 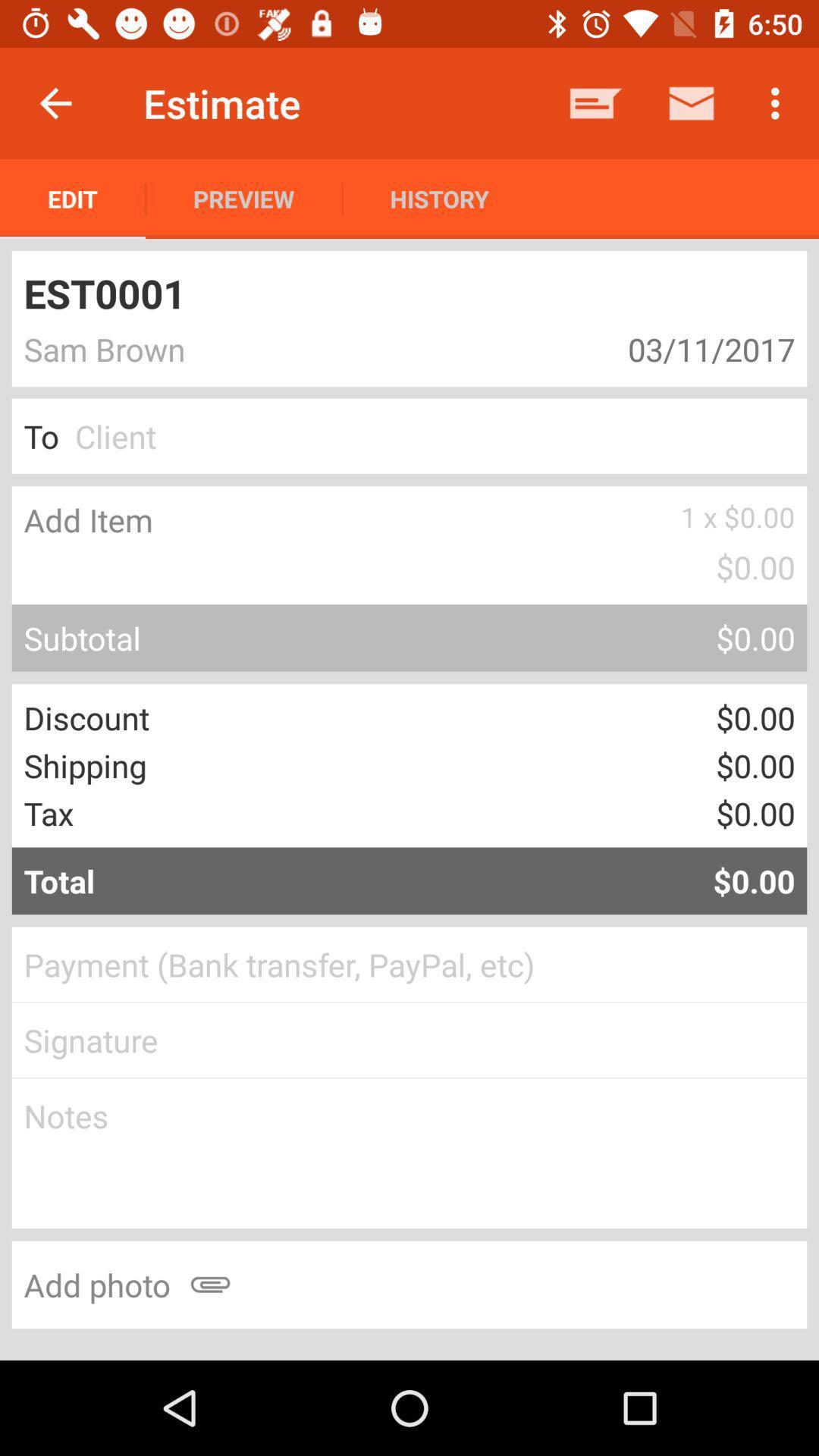 I want to click on the preview icon, so click(x=243, y=198).